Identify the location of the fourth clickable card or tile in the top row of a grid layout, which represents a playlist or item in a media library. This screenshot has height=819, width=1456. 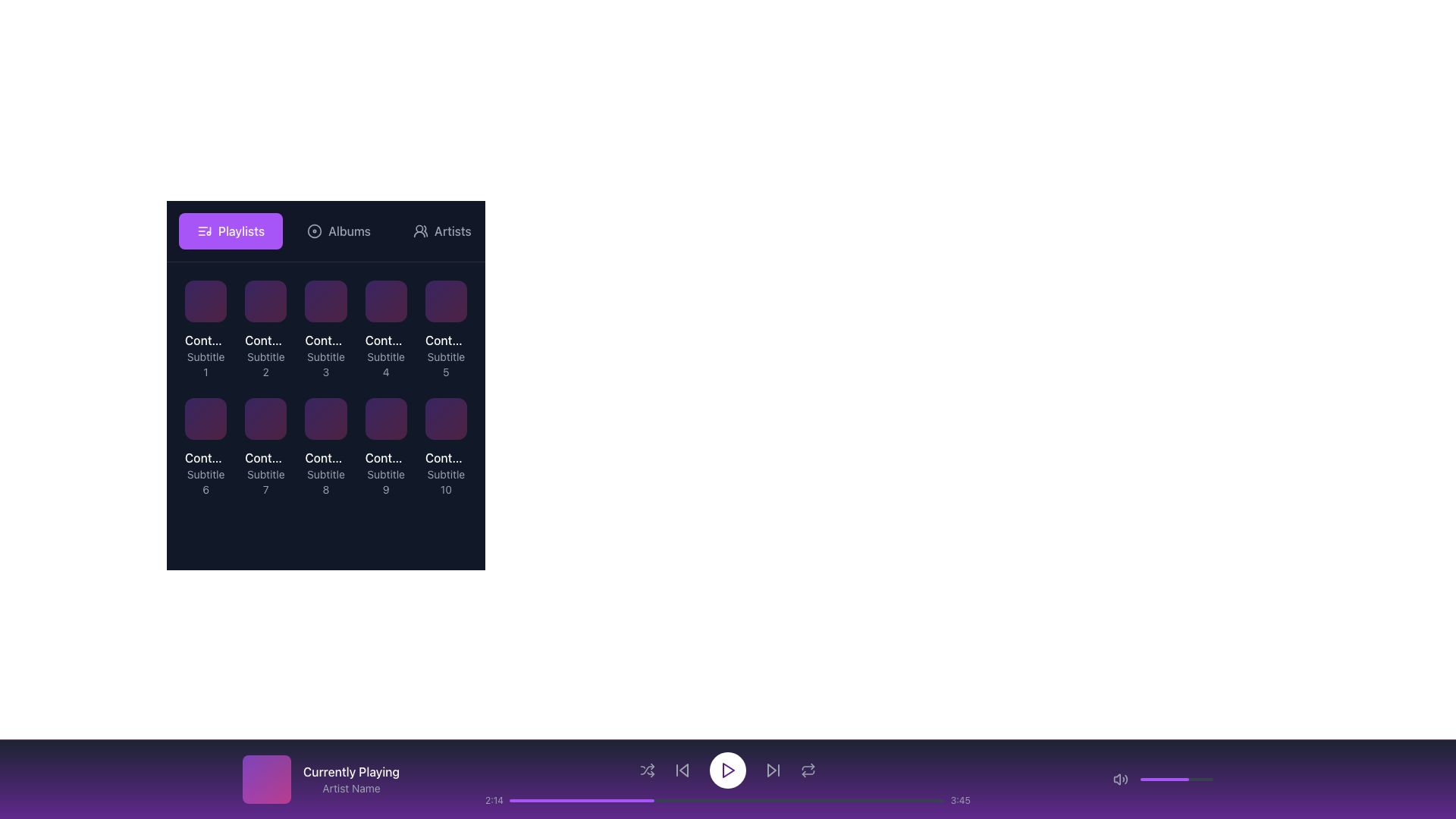
(386, 356).